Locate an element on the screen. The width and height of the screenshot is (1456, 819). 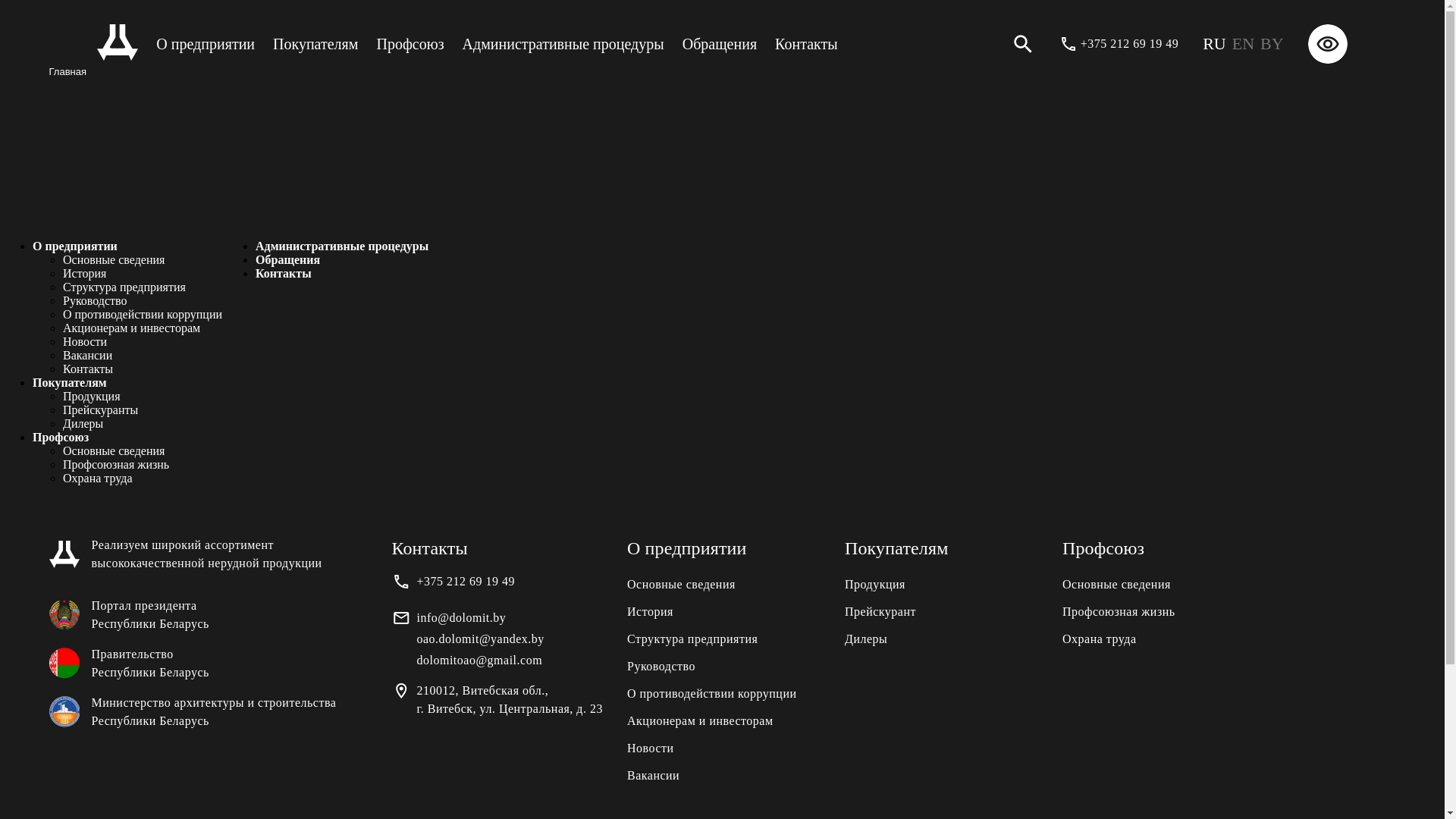
'BY' is located at coordinates (1272, 42).